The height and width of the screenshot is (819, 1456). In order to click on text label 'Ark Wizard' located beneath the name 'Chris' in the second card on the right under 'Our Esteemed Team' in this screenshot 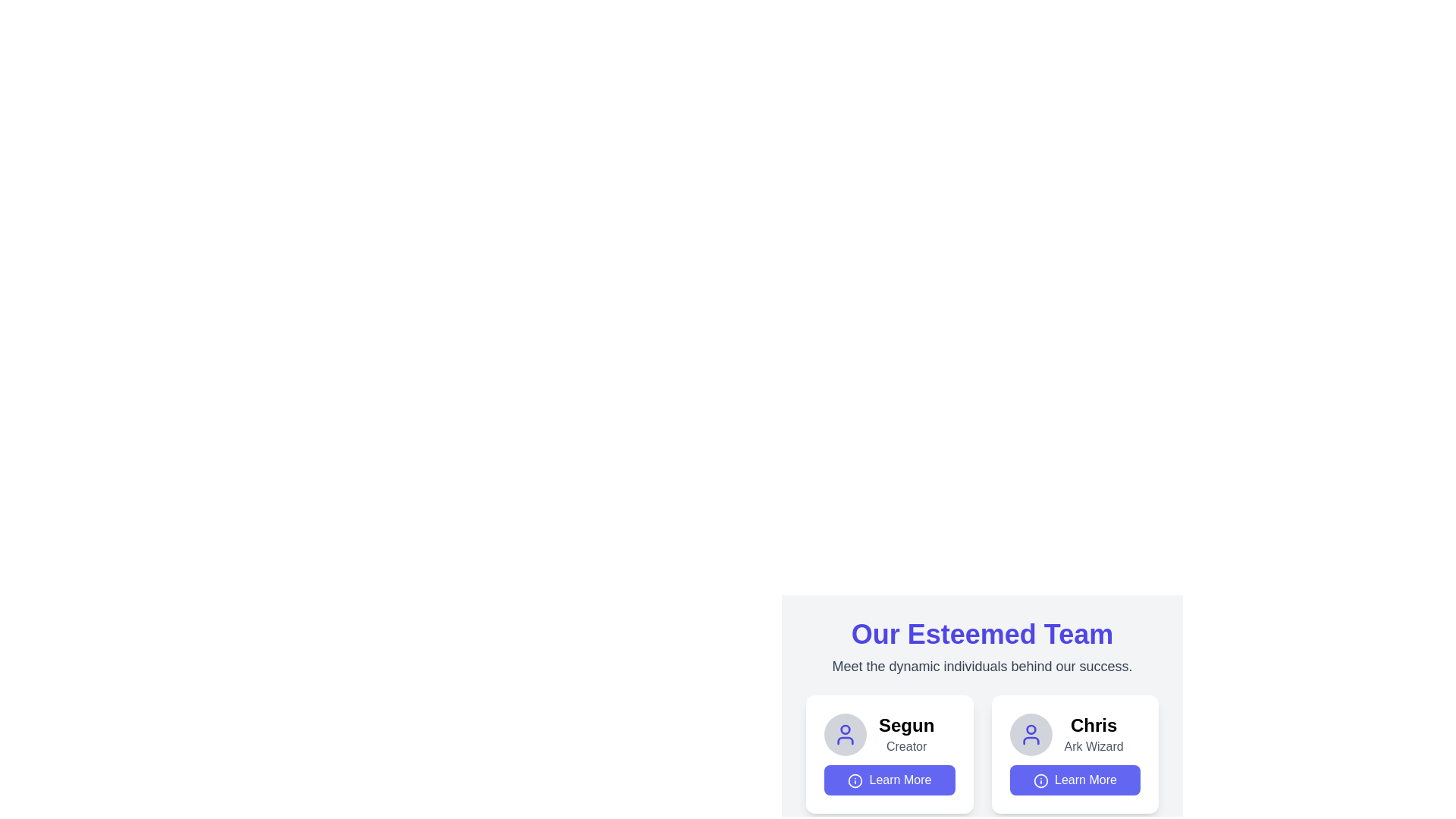, I will do `click(1094, 745)`.